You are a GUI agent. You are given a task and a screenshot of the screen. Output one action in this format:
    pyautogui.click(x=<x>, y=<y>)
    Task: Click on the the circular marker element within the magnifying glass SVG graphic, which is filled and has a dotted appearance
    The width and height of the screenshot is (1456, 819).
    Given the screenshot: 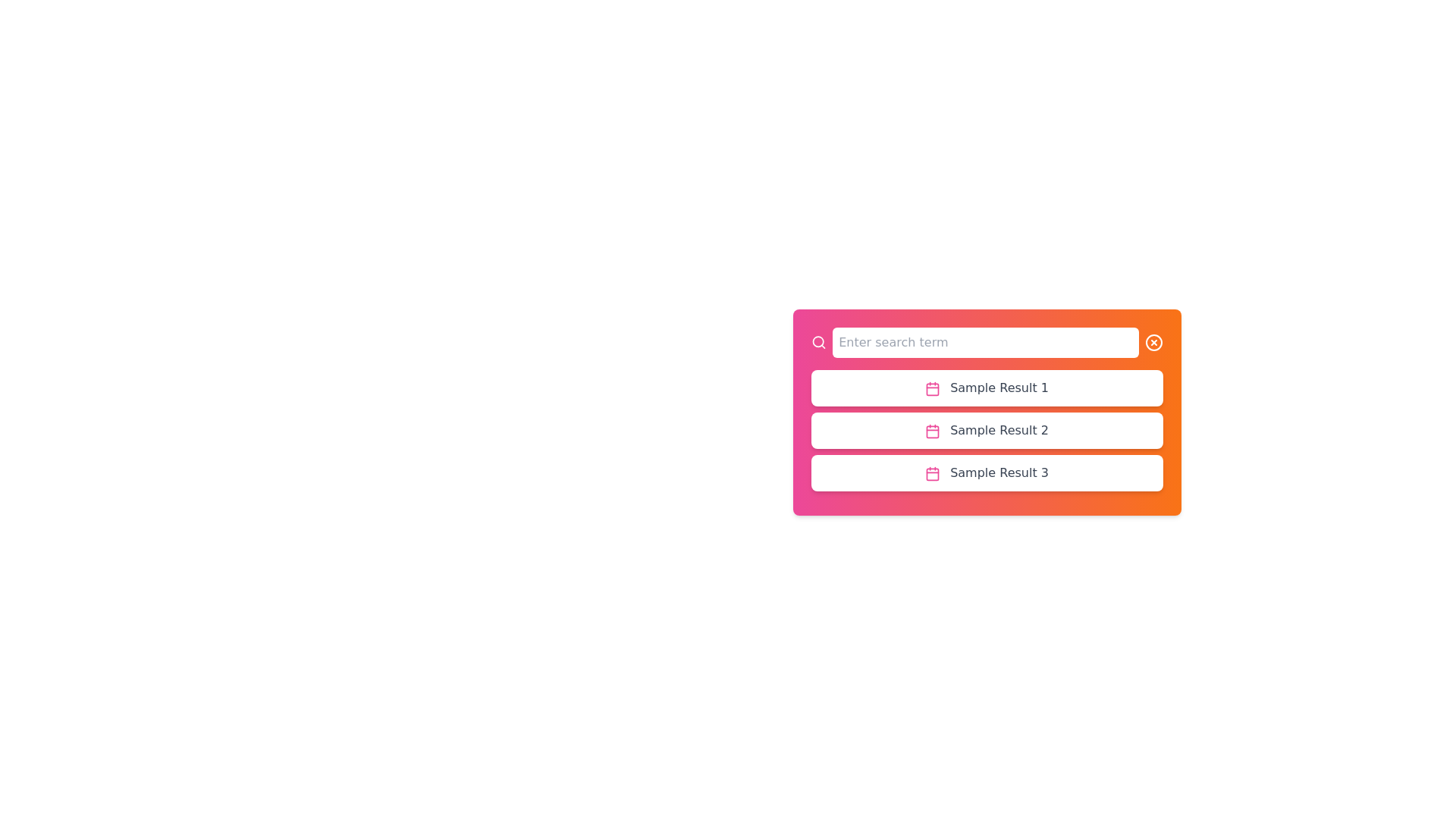 What is the action you would take?
    pyautogui.click(x=817, y=342)
    